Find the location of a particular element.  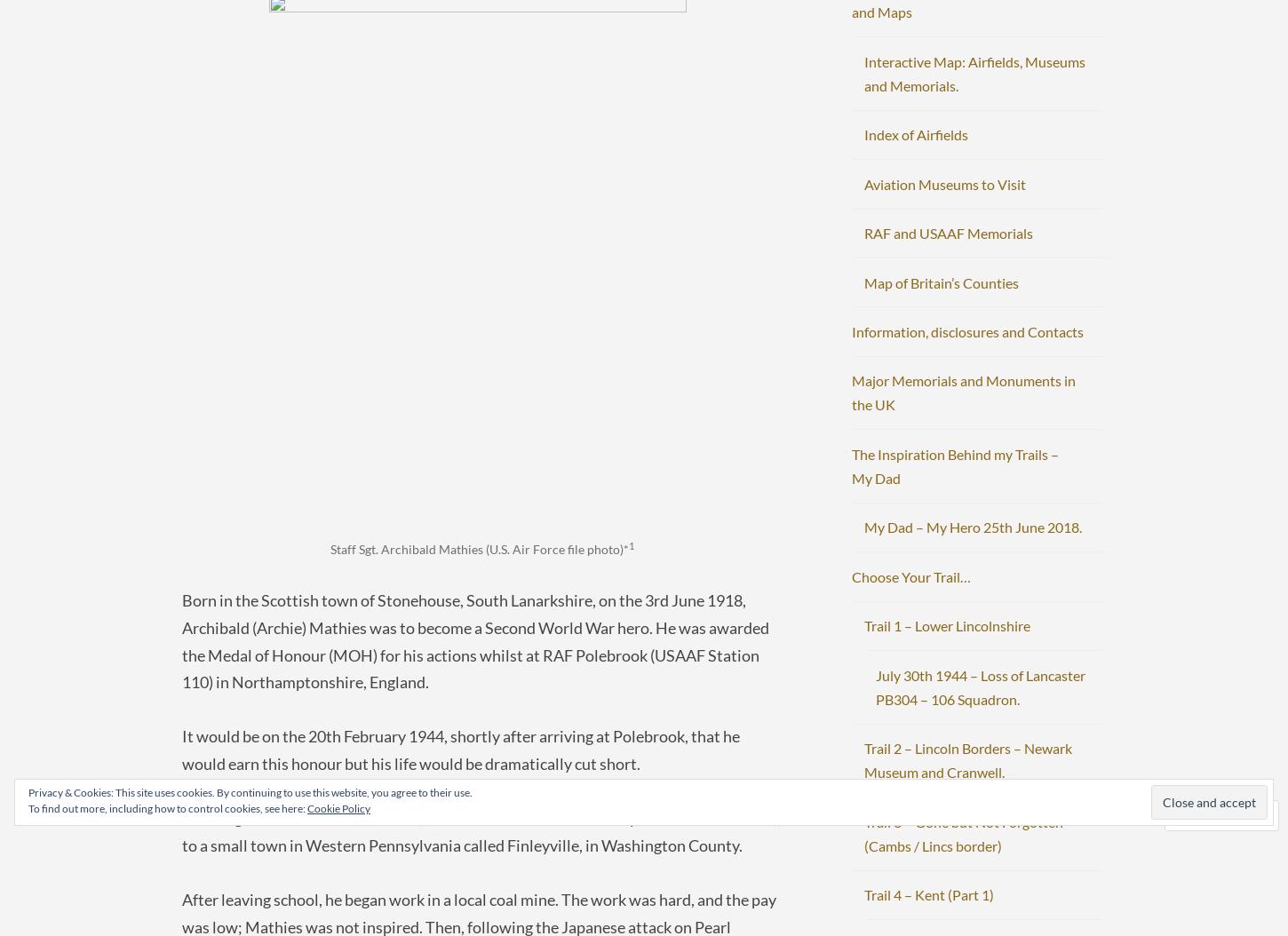

'Trail 1 – Lower Lincolnshire' is located at coordinates (946, 624).